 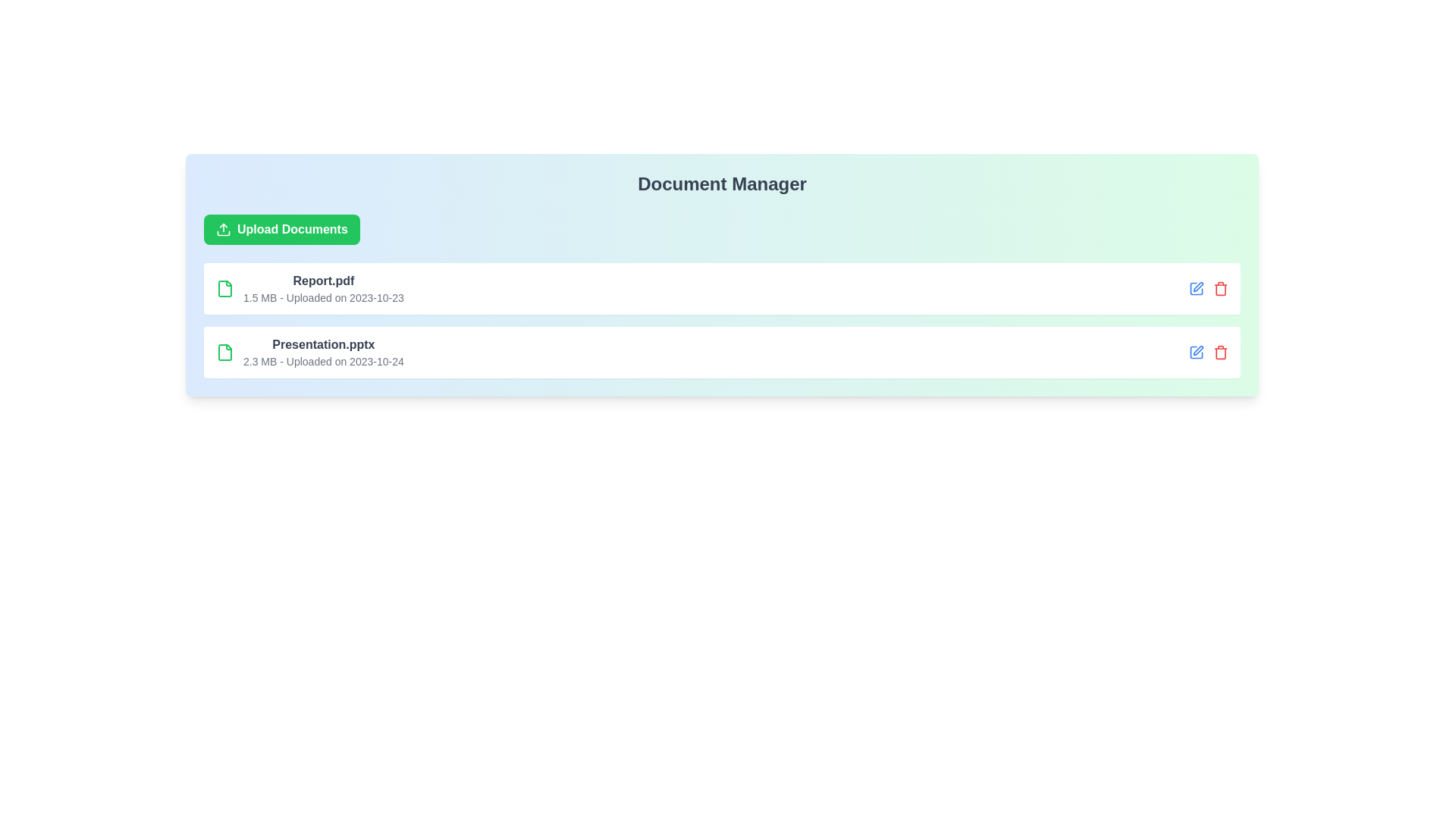 What do you see at coordinates (222, 234) in the screenshot?
I see `the bottom boundary line of the upload icon, which is part of the 'Upload Documents' button located near the top left of the document manager interface` at bounding box center [222, 234].